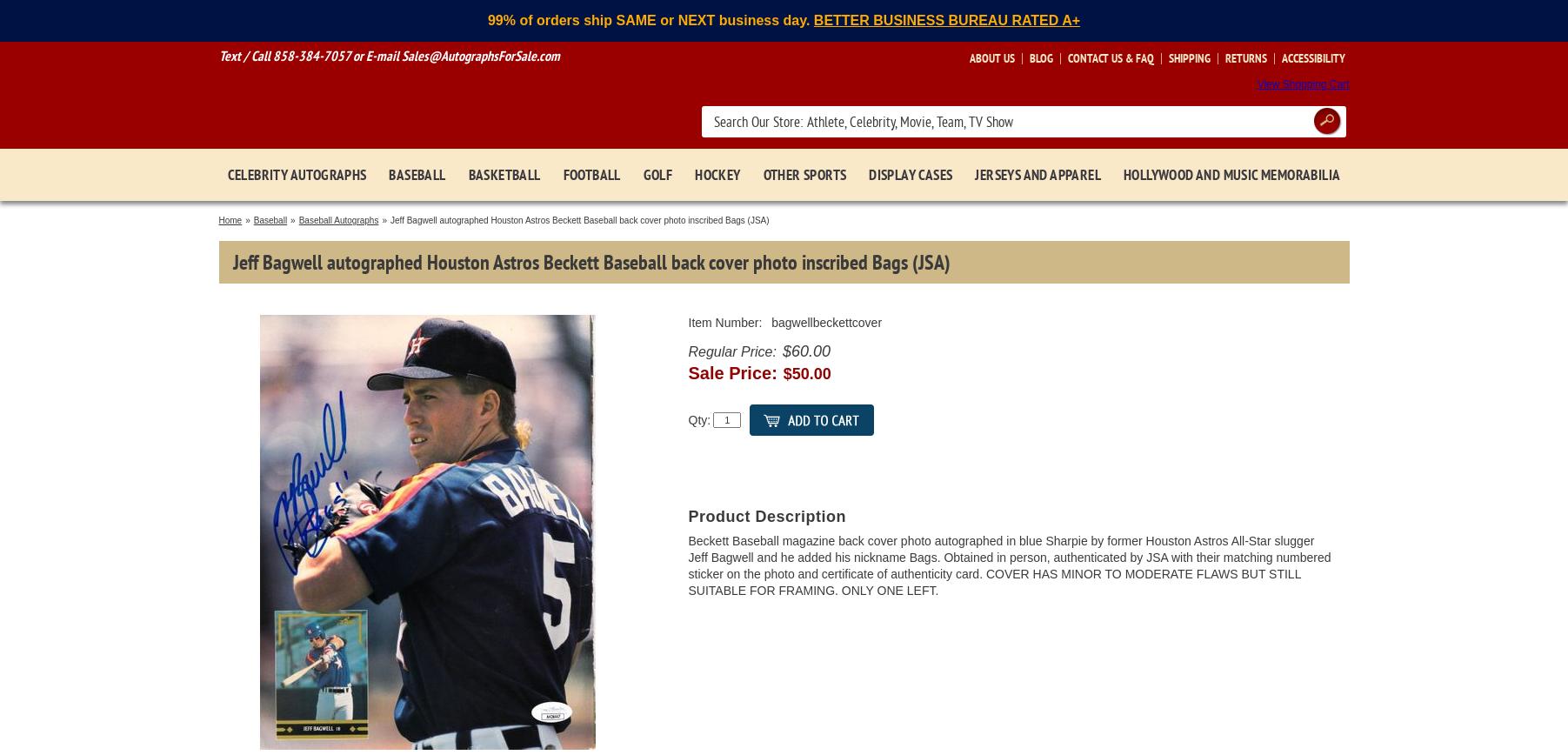 This screenshot has width=1568, height=755. I want to click on '$50.00', so click(806, 374).